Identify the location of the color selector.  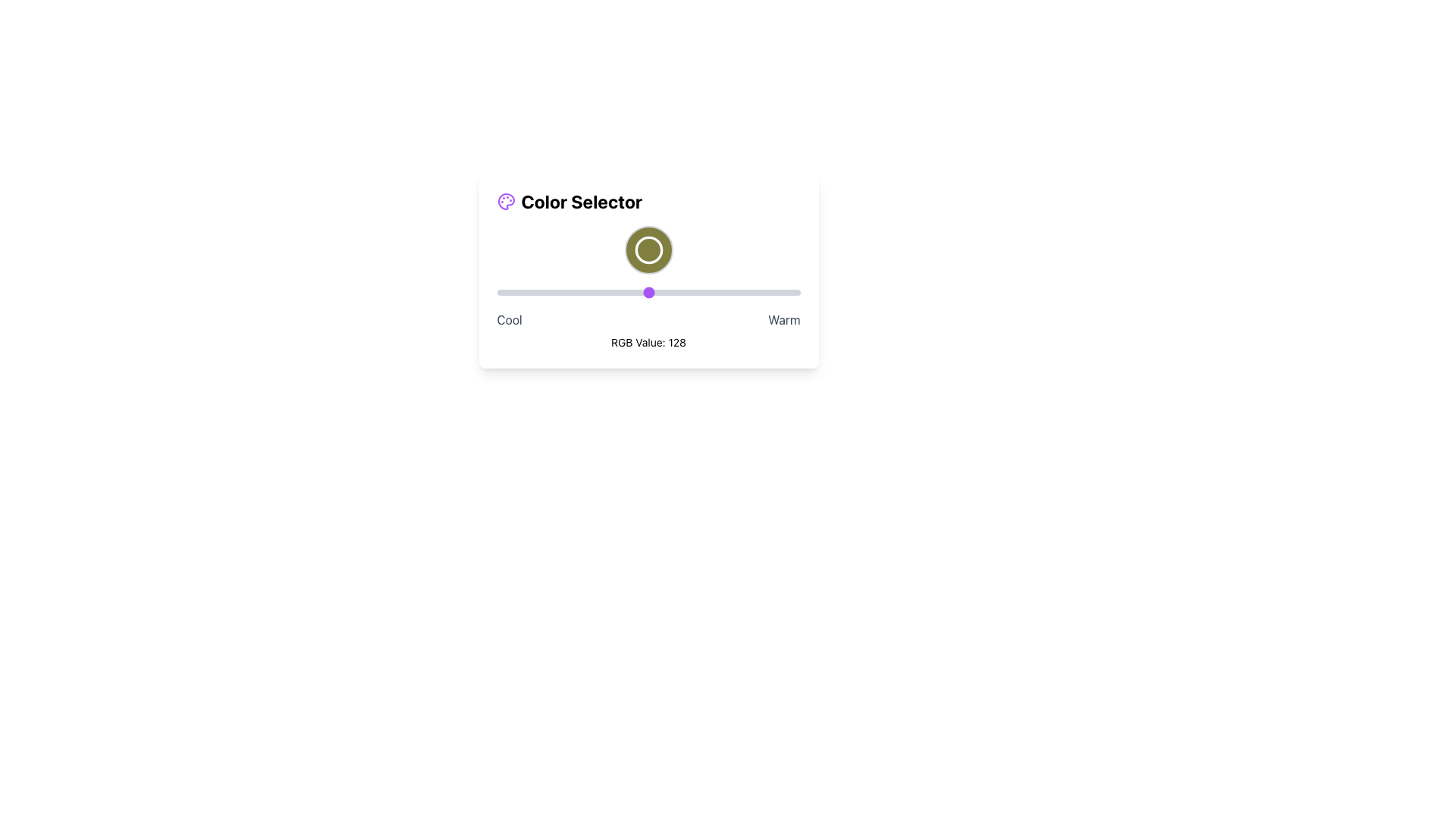
(503, 292).